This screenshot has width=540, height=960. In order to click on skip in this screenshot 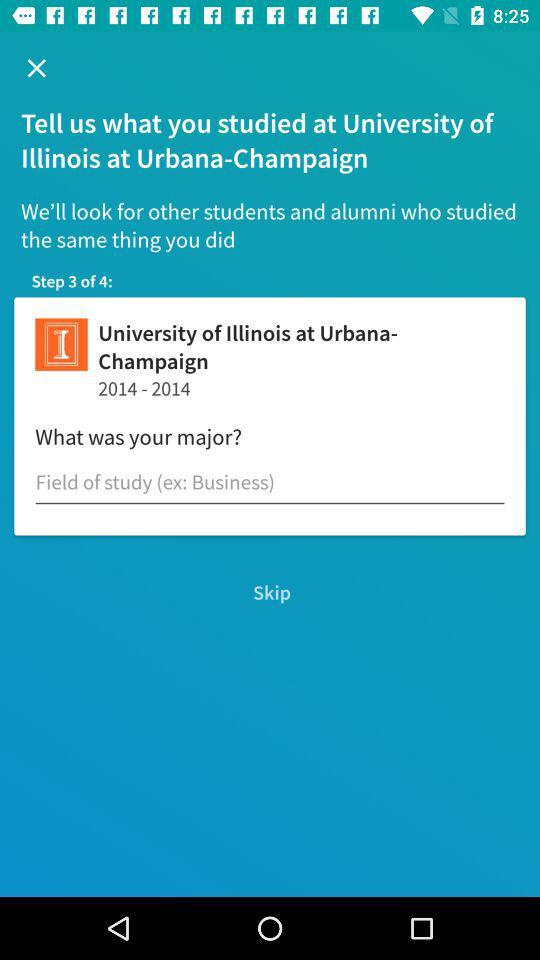, I will do `click(270, 592)`.